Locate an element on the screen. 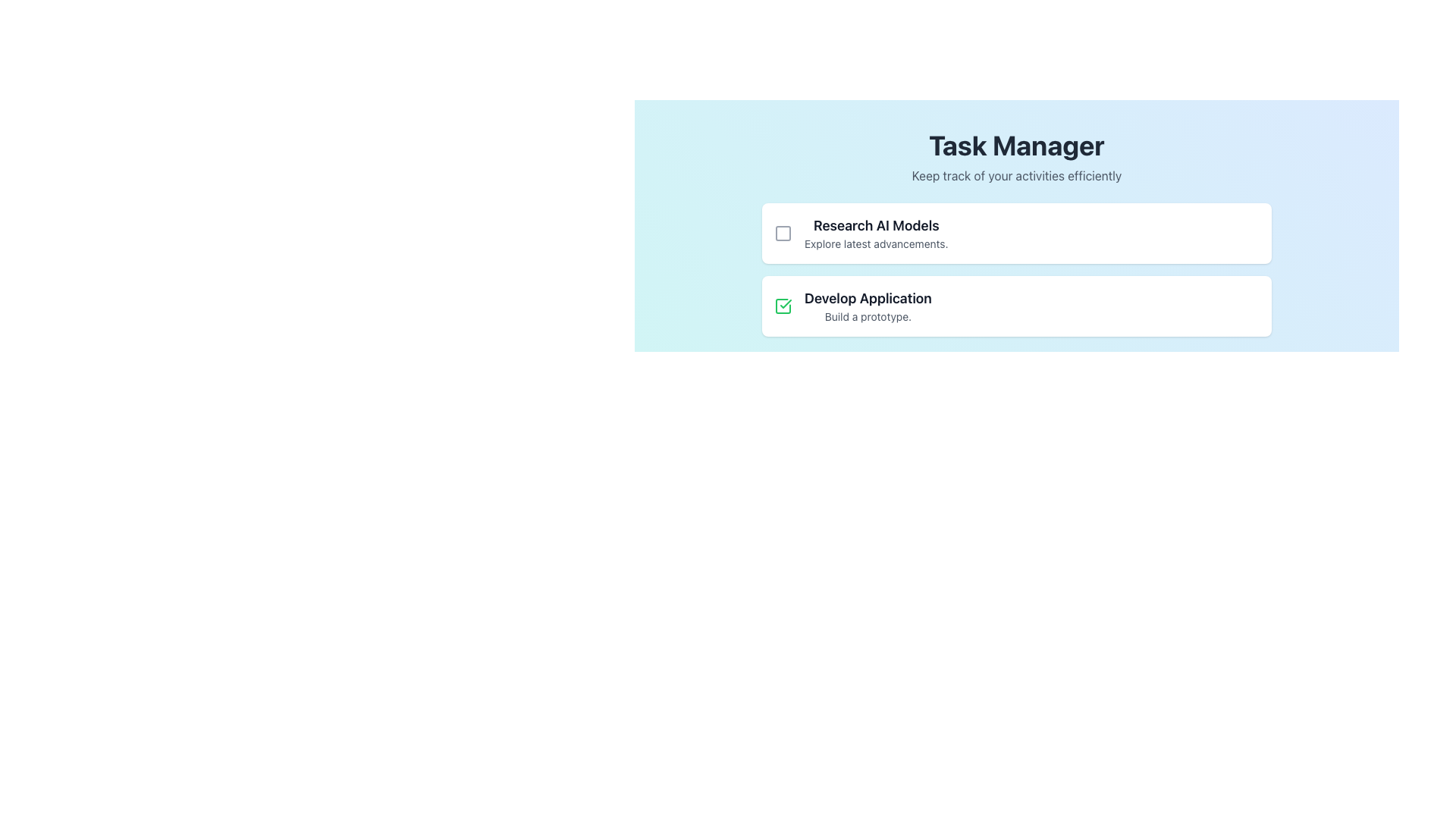  the main title text element 'Develop Application' located in the lower task card, above the text 'Build a prototype' is located at coordinates (868, 298).